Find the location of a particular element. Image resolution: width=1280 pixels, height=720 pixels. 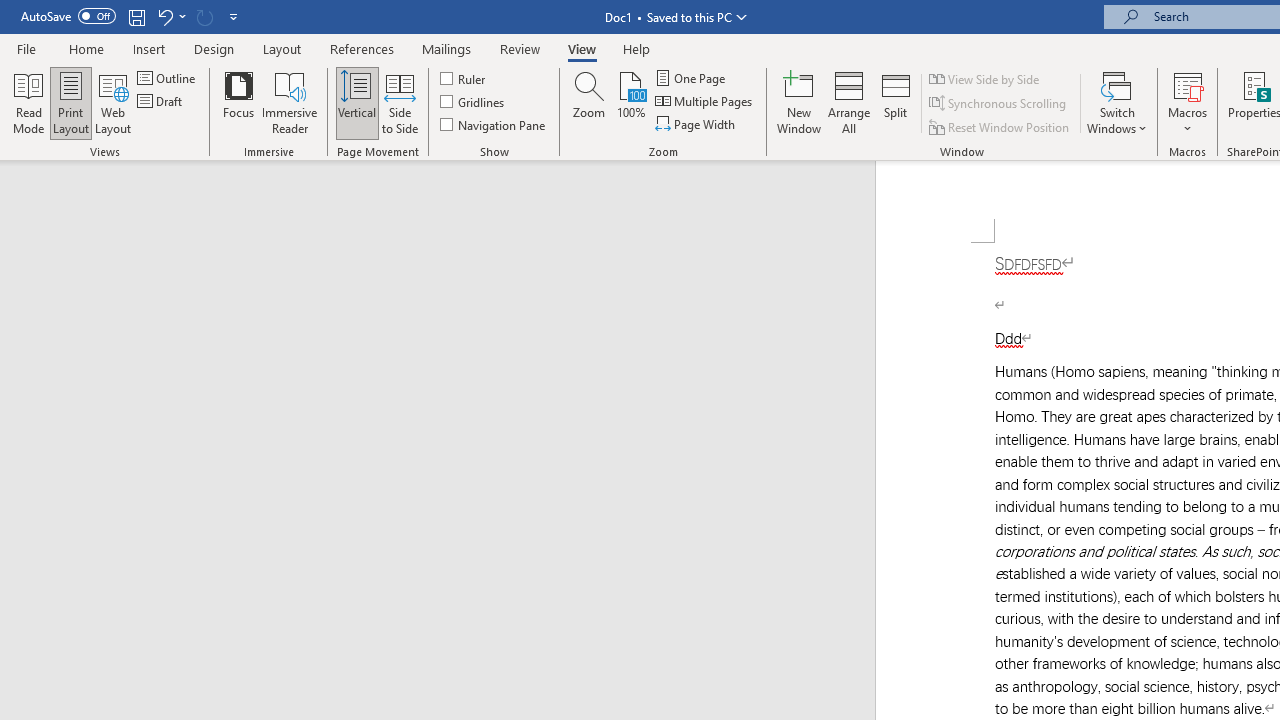

'Page Width' is located at coordinates (696, 124).